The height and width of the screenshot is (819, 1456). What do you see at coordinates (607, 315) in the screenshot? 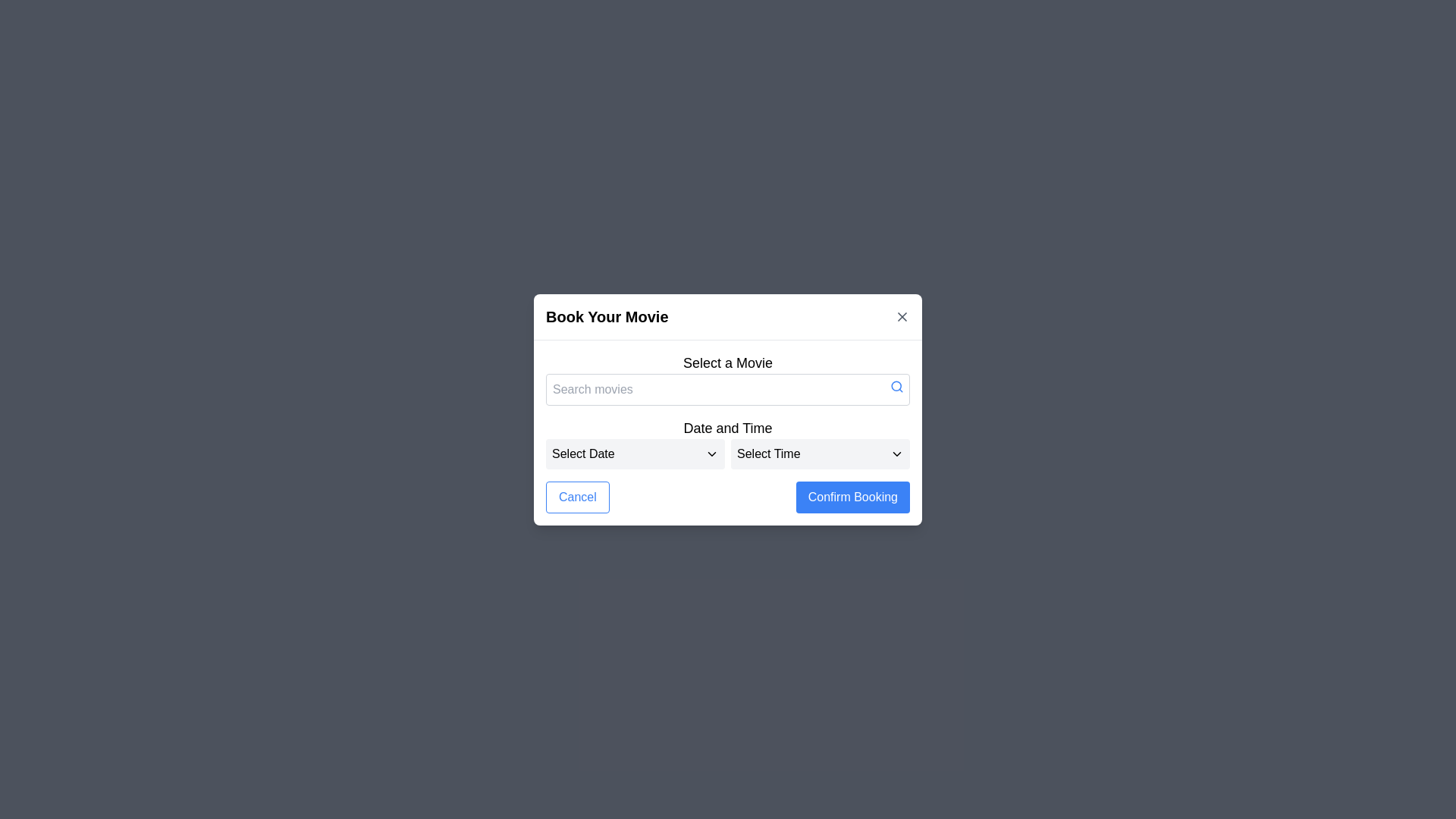
I see `the Text Label that serves as the title for the modal dialog related to booking a movie` at bounding box center [607, 315].